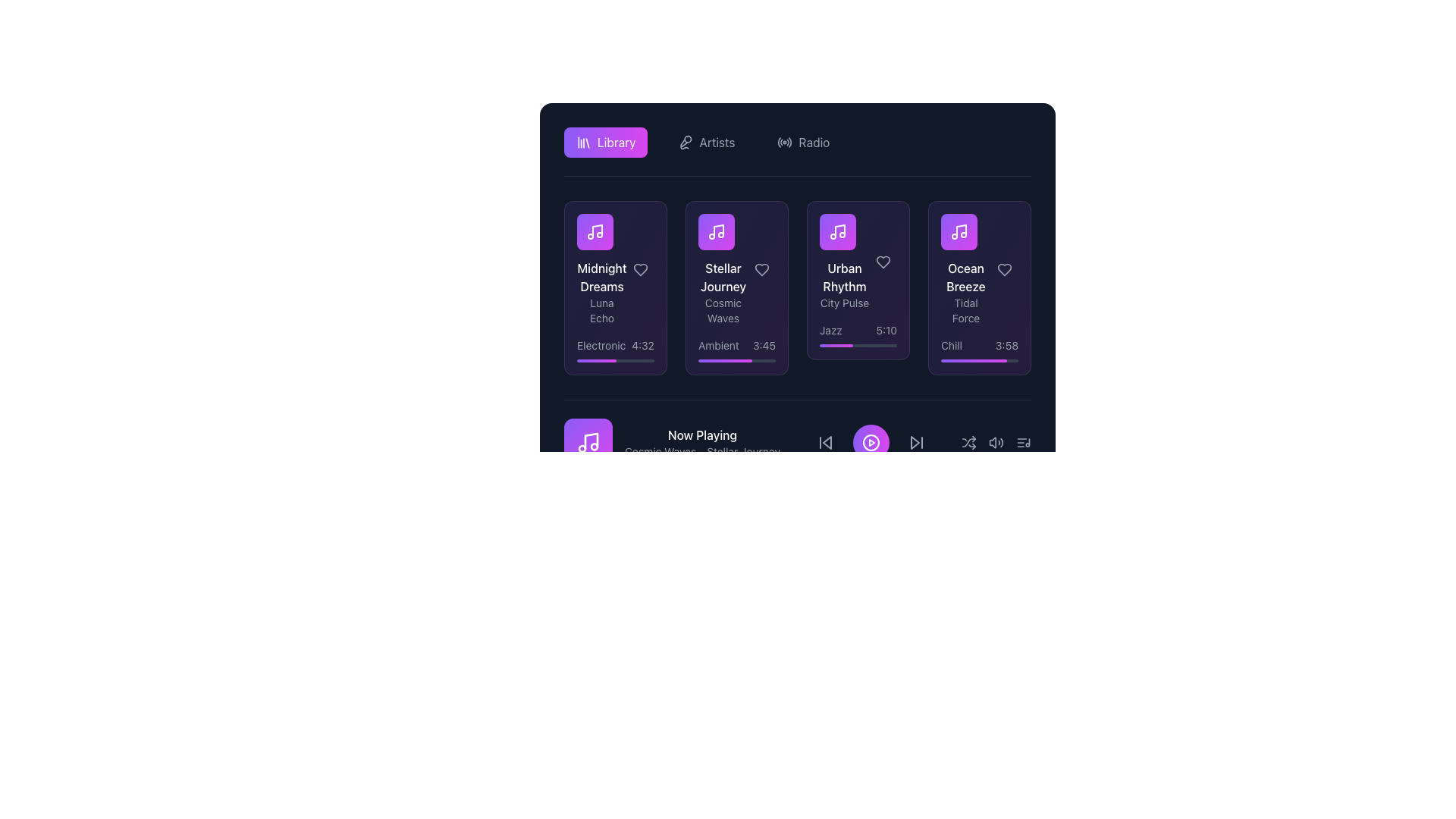  I want to click on the heart-shaped icon in the top-right corner of the 'Stellar Journey' card to favorite or unfavorite the item, so click(761, 268).